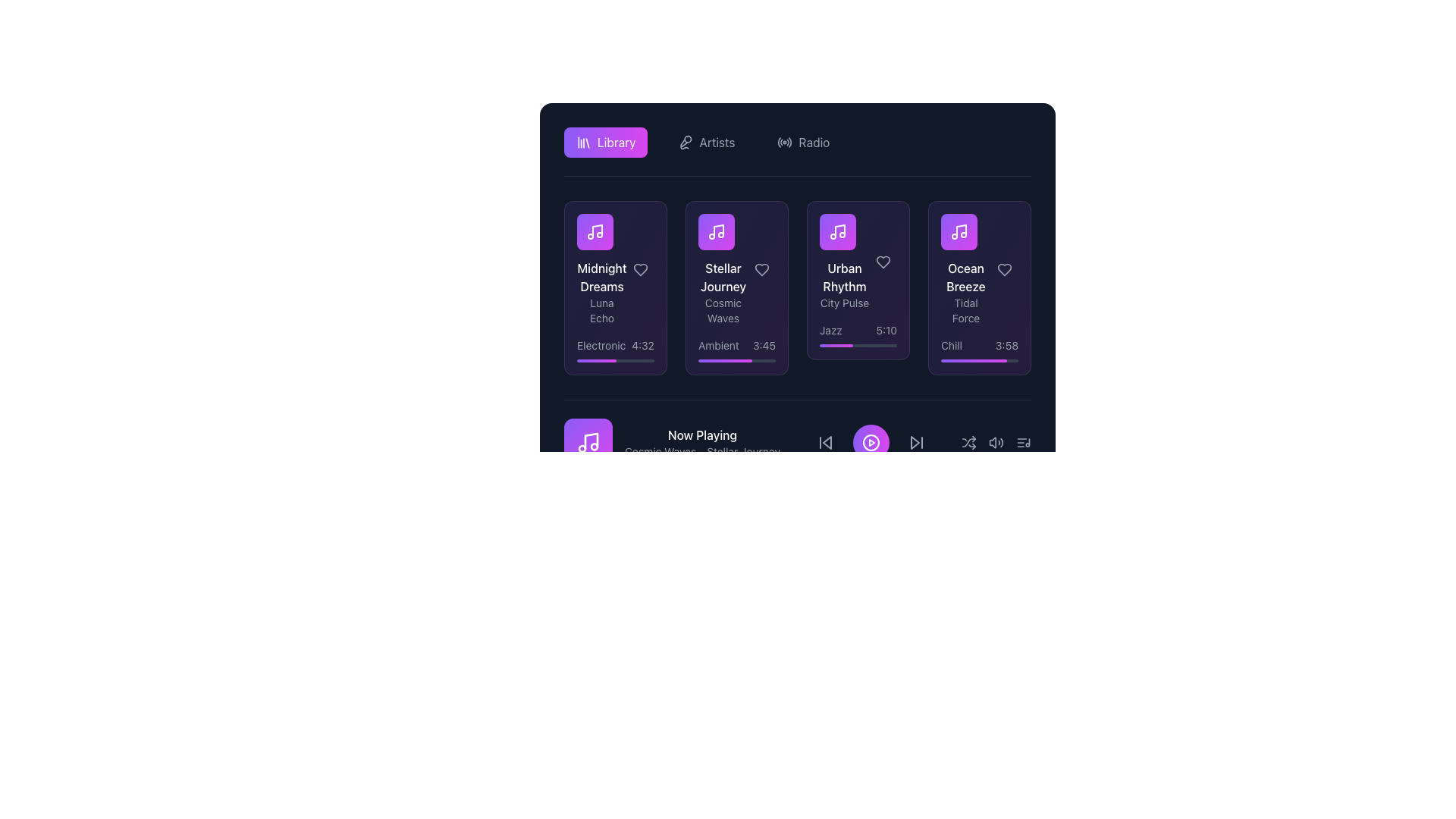  I want to click on the heart-shaped icon in the top-right corner of the 'Stellar Journey' card to favorite or unfavorite the item, so click(761, 268).